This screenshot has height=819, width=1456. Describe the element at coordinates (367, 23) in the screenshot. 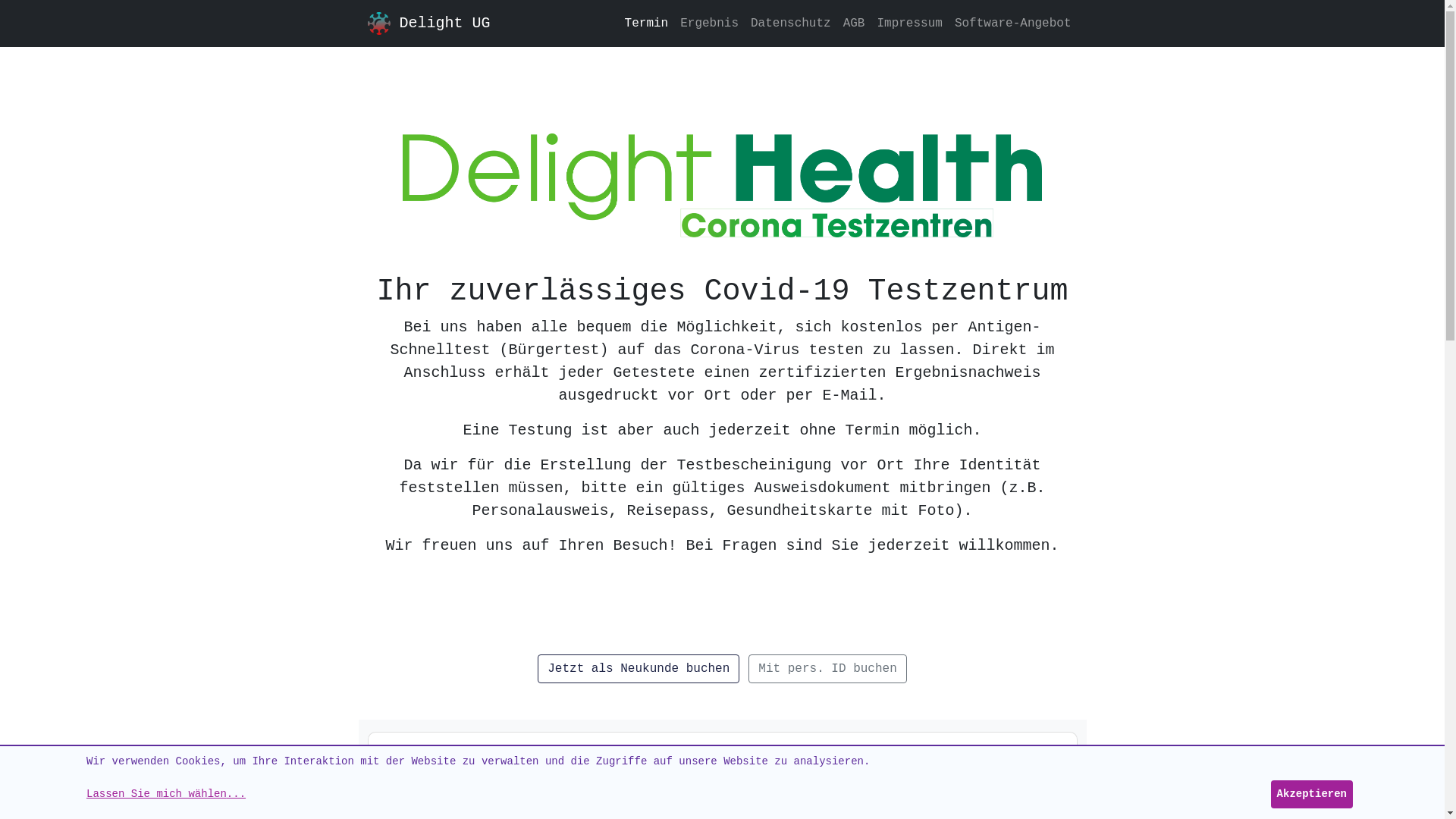

I see `'Delight UG'` at that location.